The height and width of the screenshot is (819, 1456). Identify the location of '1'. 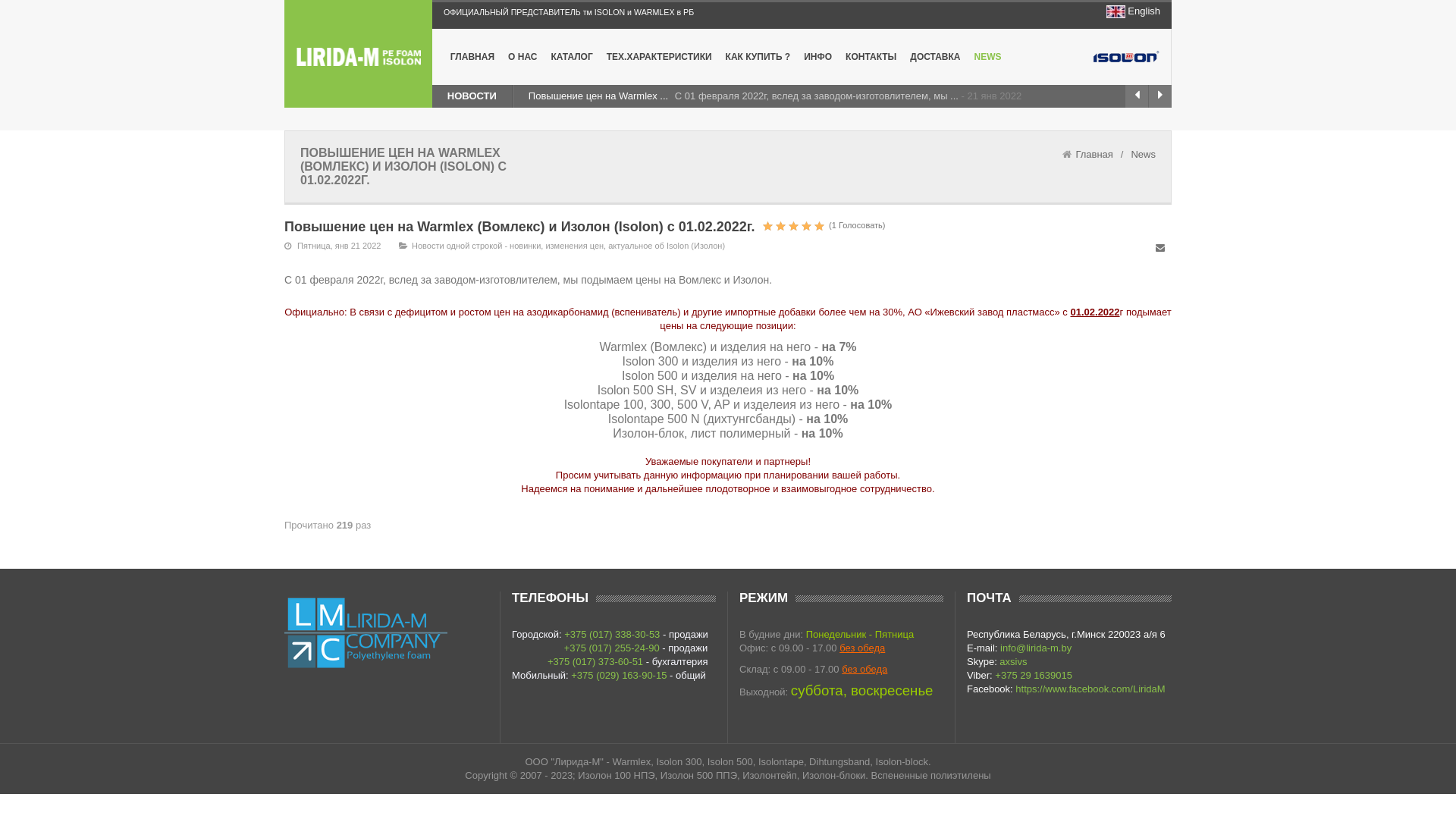
(767, 225).